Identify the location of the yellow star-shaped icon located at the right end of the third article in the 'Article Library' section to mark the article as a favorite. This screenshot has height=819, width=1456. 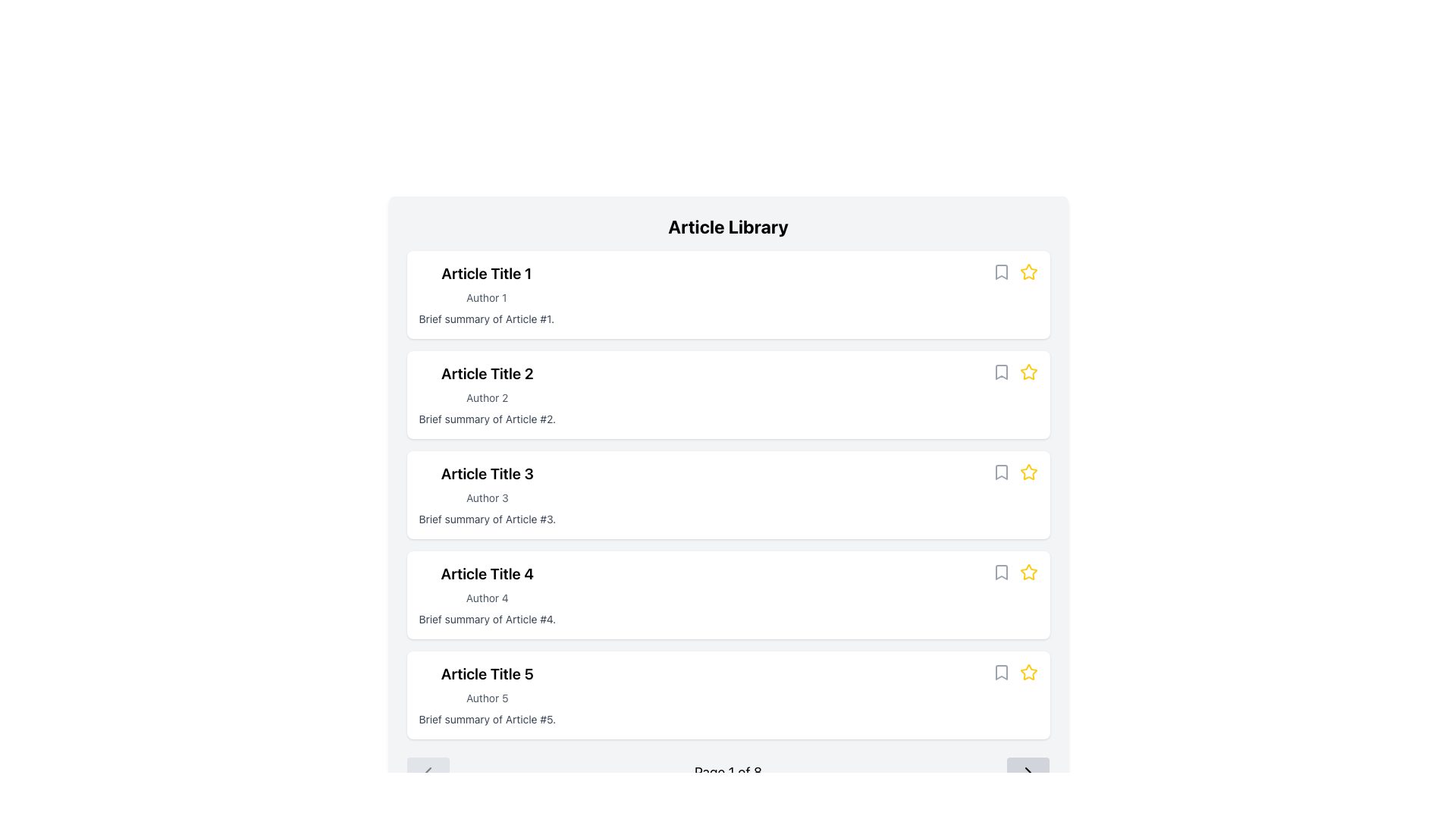
(1028, 372).